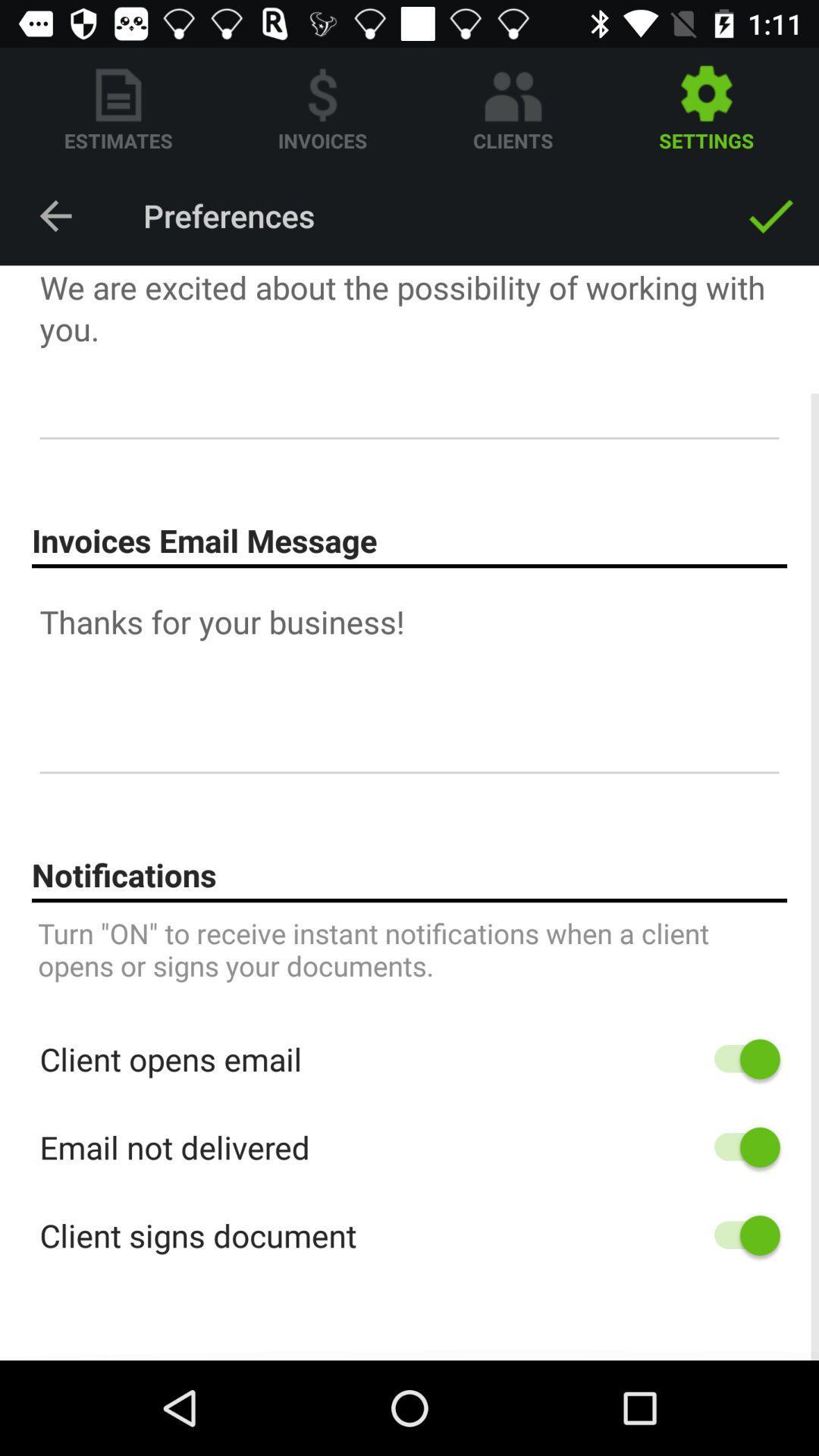 The image size is (819, 1456). What do you see at coordinates (739, 1147) in the screenshot?
I see `email toggle` at bounding box center [739, 1147].